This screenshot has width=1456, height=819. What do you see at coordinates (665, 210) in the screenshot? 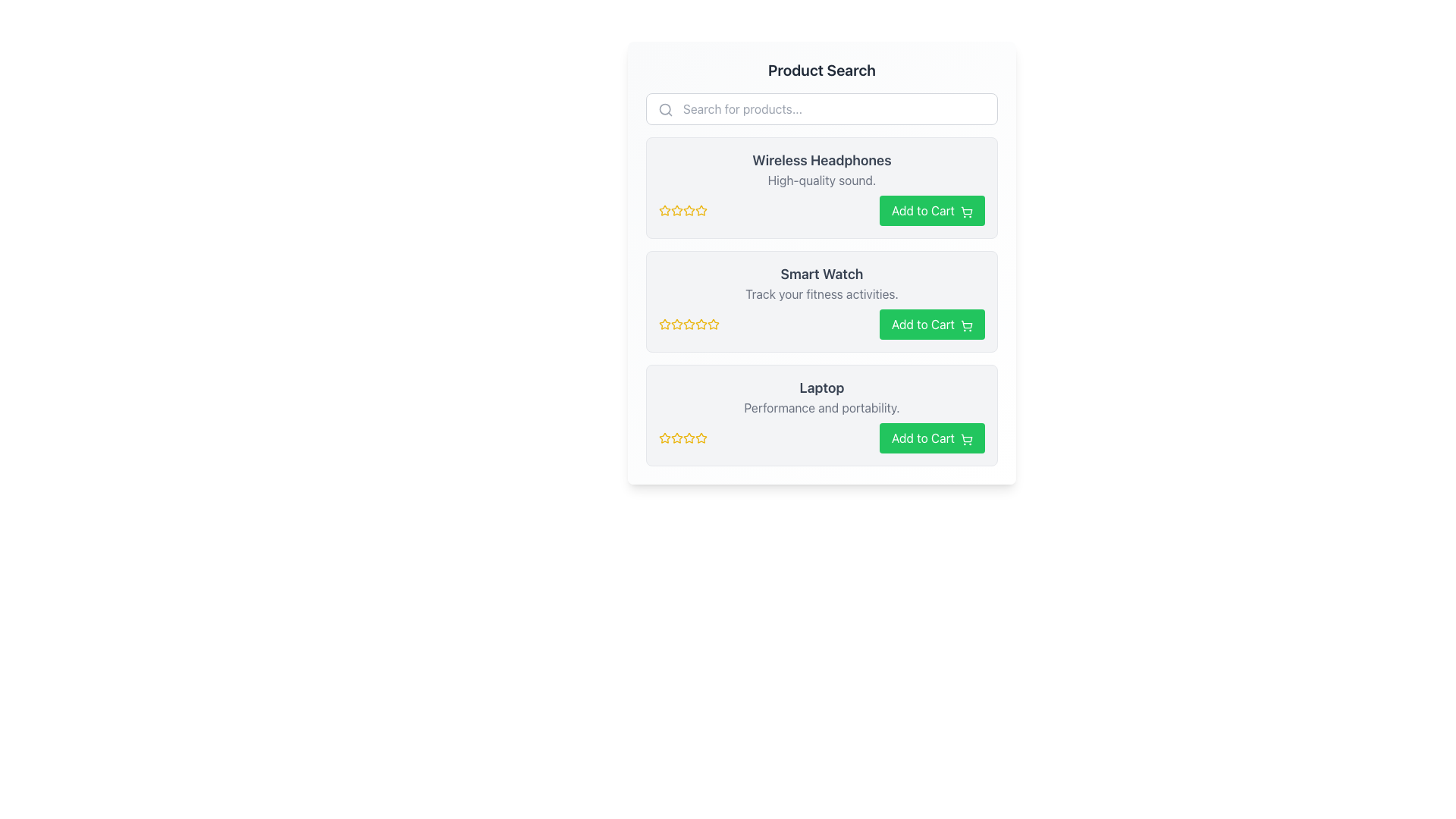
I see `the first star rating icon, which is a yellow star indicating an active state` at bounding box center [665, 210].